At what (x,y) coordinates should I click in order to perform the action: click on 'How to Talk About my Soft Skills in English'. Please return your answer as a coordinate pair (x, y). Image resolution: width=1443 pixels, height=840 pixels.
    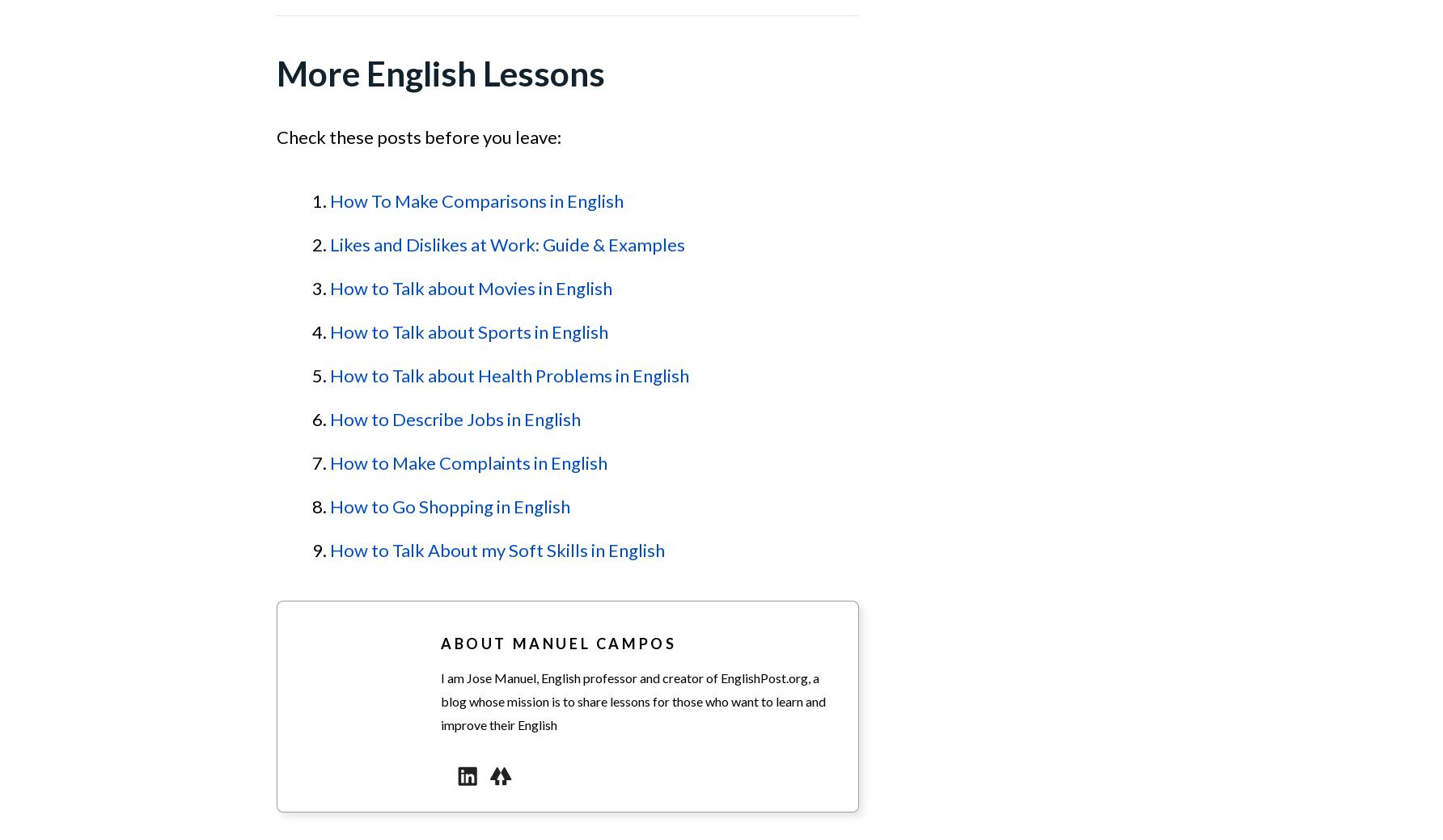
    Looking at the image, I should click on (496, 550).